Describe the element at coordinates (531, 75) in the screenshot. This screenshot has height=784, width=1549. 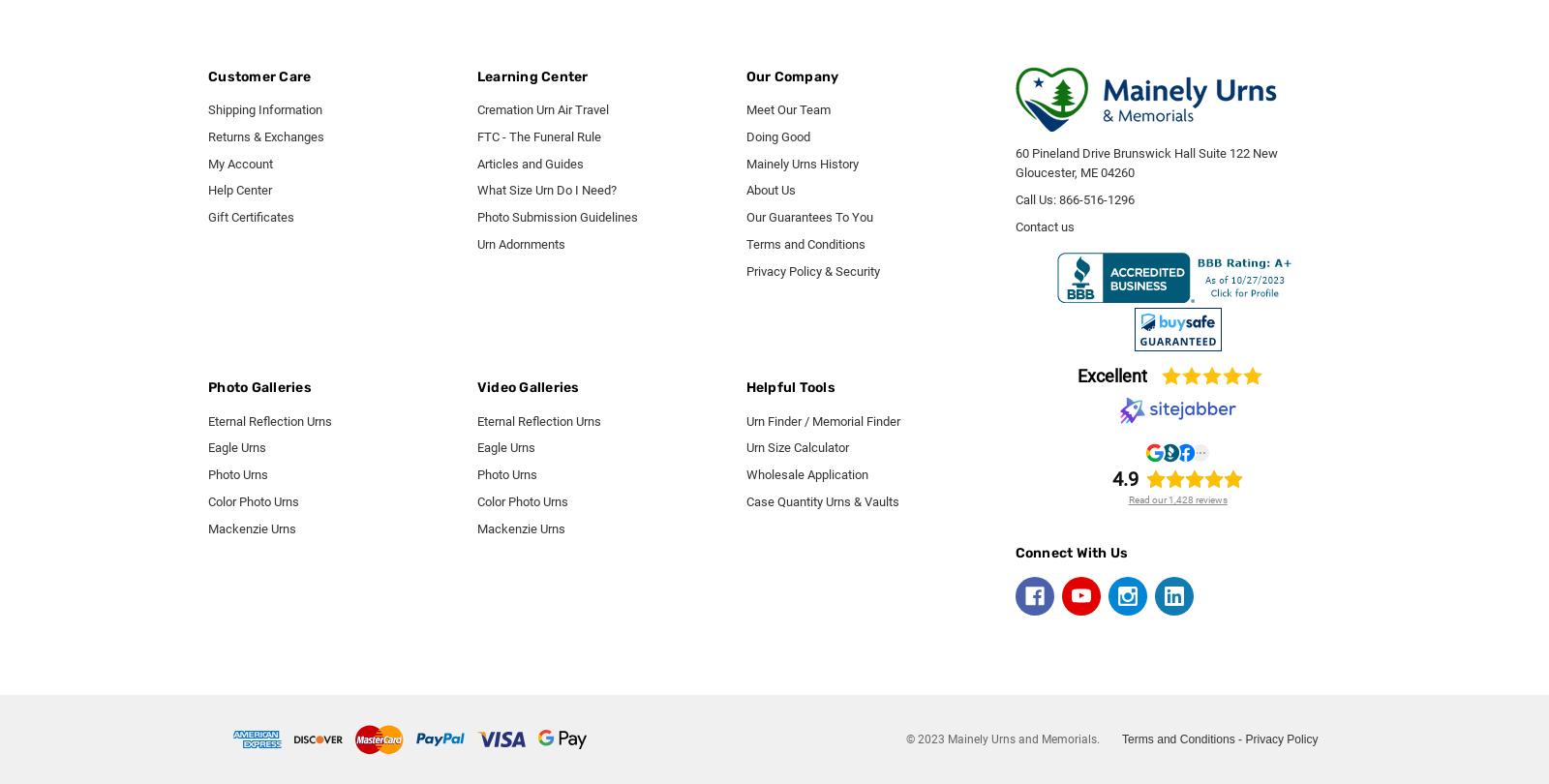
I see `'Learning Center'` at that location.